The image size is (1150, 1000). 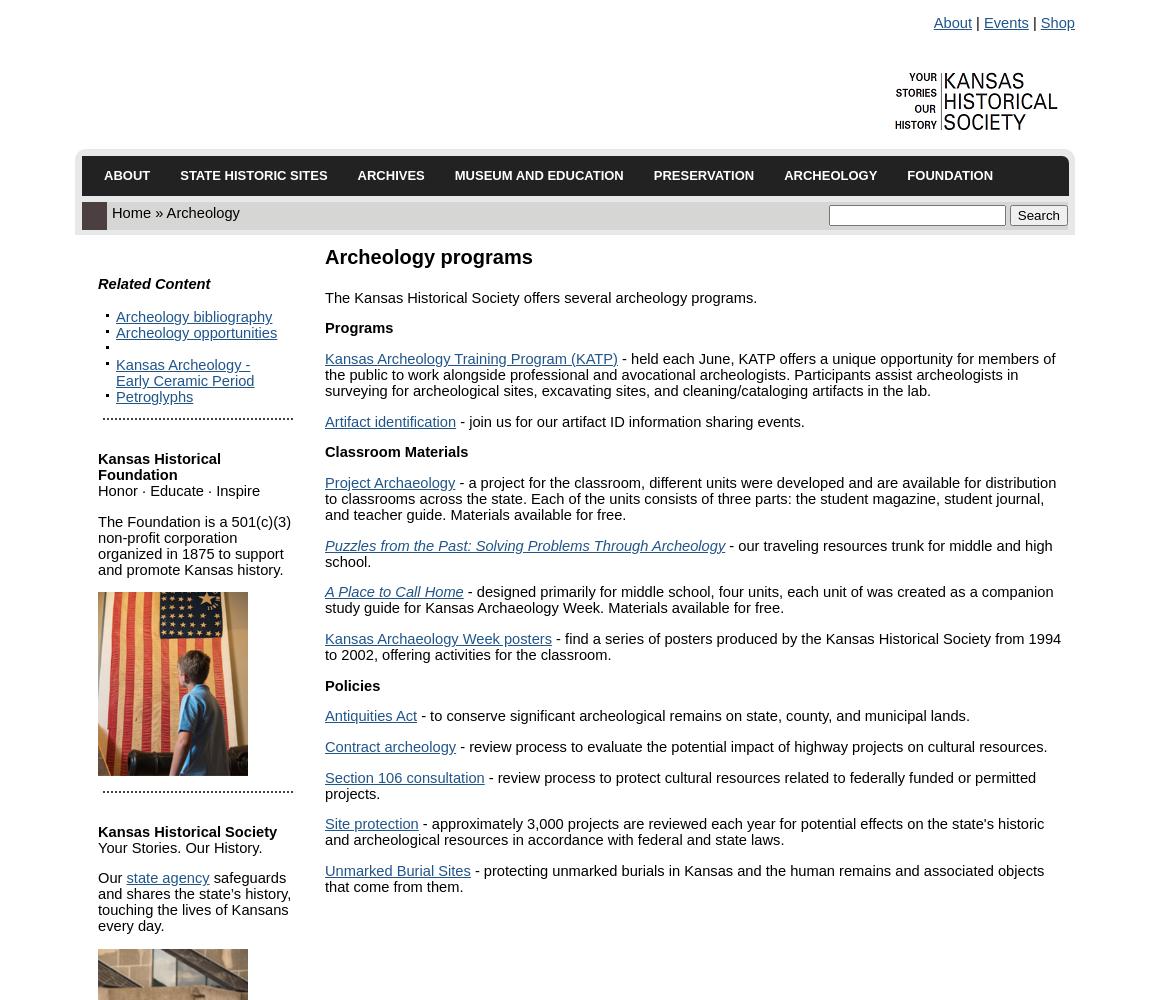 What do you see at coordinates (352, 685) in the screenshot?
I see `'Policies'` at bounding box center [352, 685].